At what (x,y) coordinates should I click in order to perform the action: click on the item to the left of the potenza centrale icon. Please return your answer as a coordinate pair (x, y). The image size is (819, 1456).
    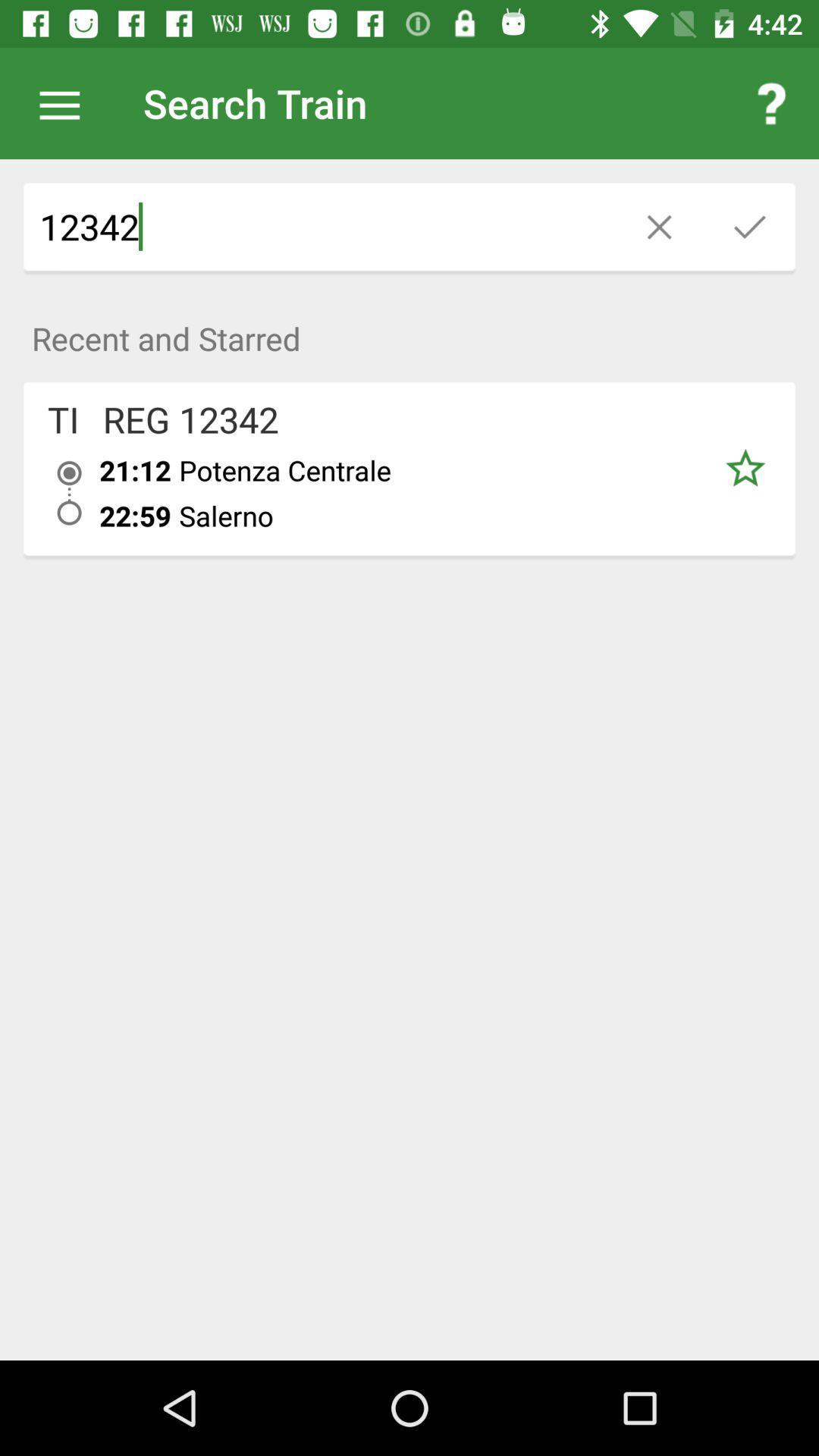
    Looking at the image, I should click on (134, 516).